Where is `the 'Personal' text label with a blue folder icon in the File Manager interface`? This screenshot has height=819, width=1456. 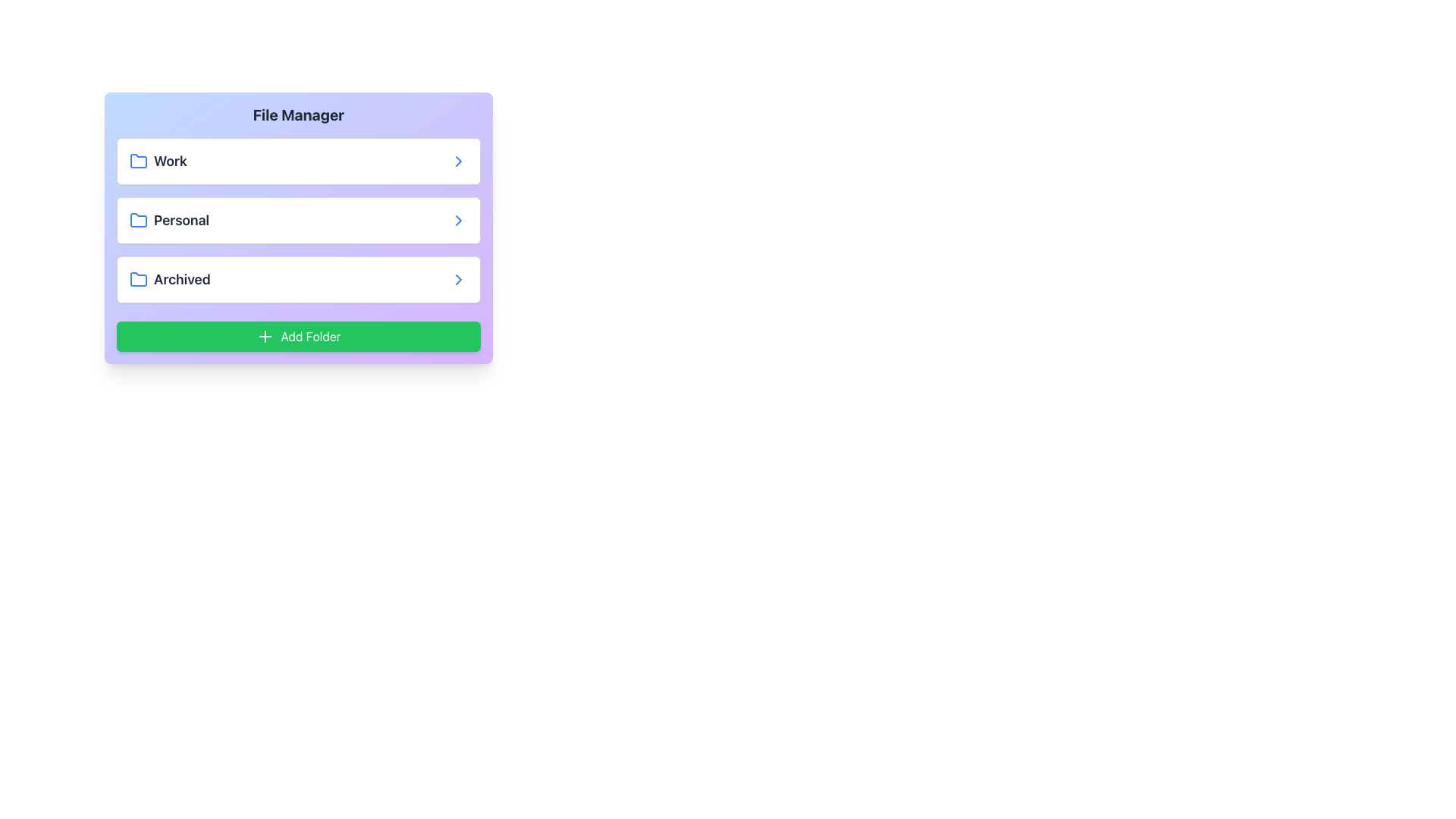
the 'Personal' text label with a blue folder icon in the File Manager interface is located at coordinates (169, 220).